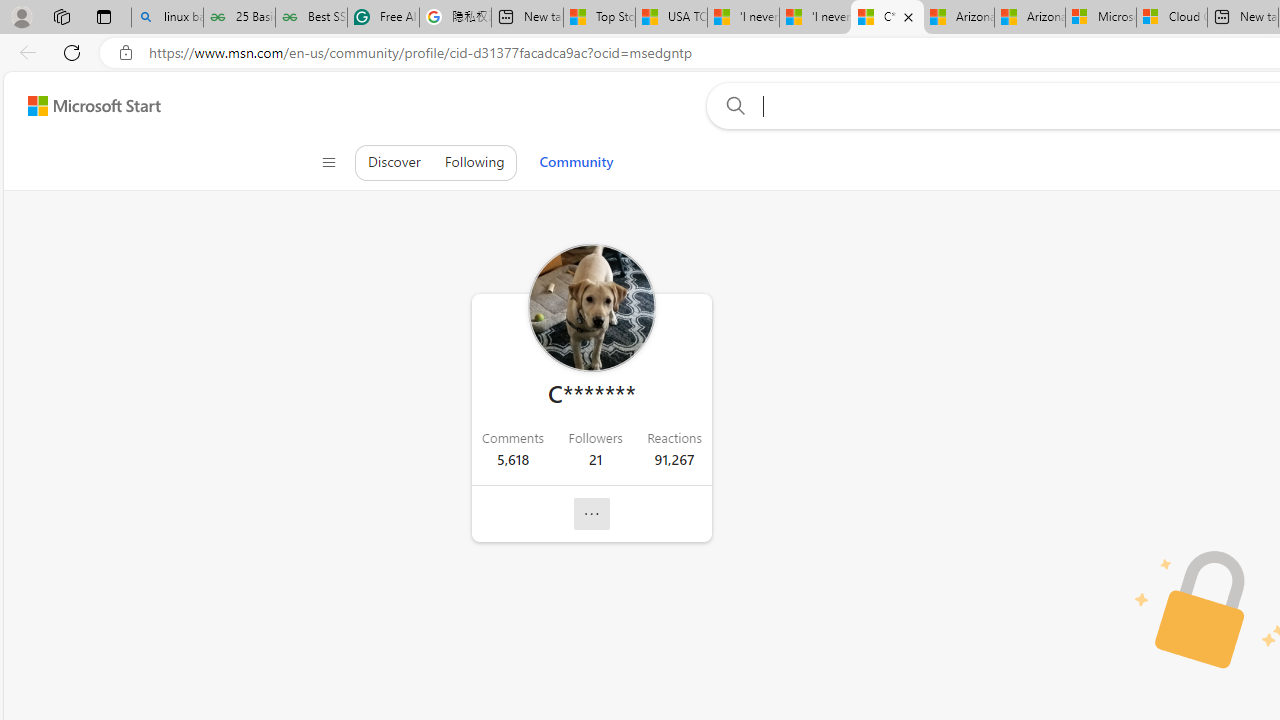  I want to click on 'C******* | Trusted Community Engagement and Contributions', so click(886, 17).